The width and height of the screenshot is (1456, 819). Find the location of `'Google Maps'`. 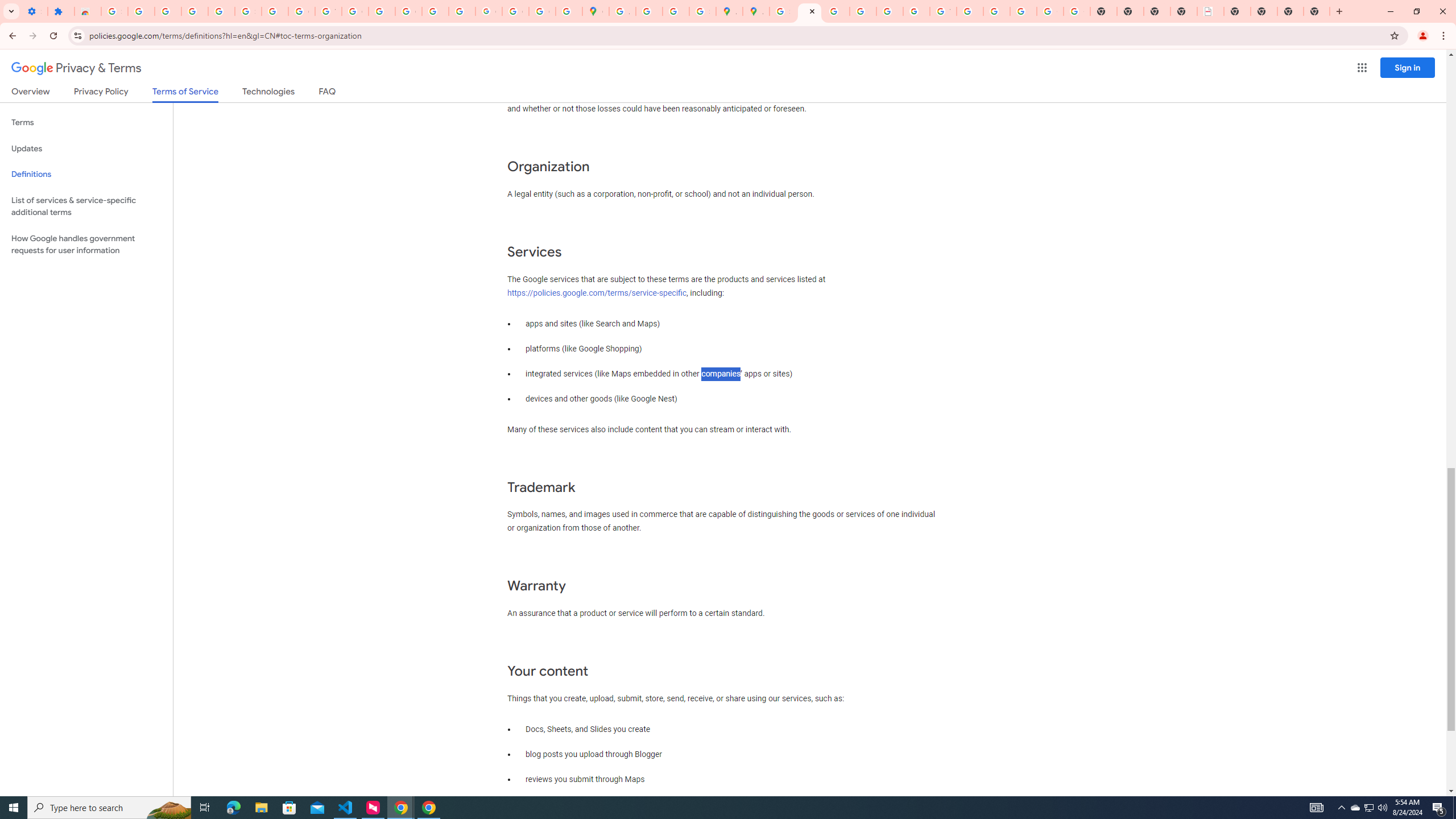

'Google Maps' is located at coordinates (595, 11).